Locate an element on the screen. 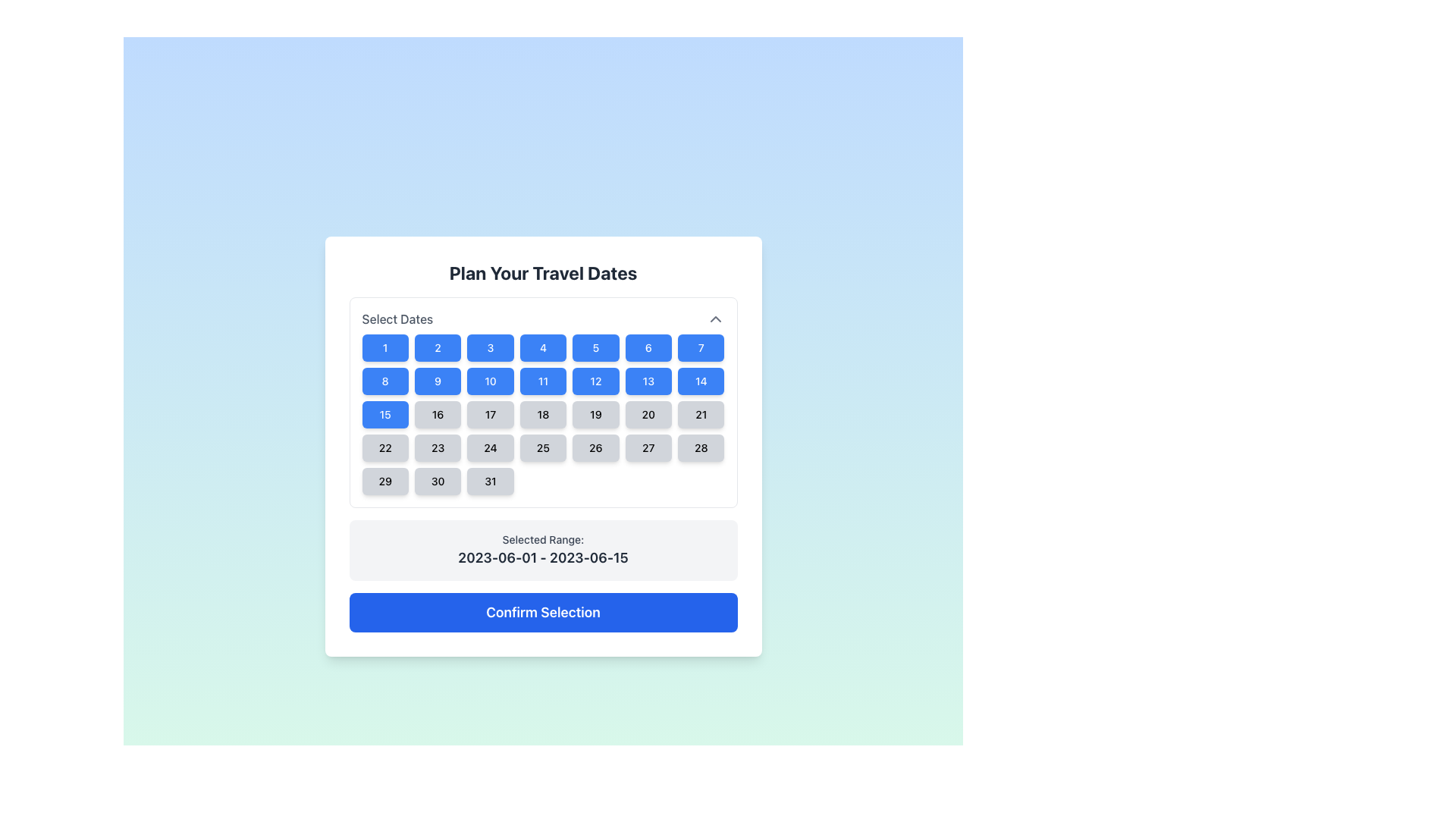 The width and height of the screenshot is (1456, 819). the 19th button in the calendar interface is located at coordinates (595, 415).